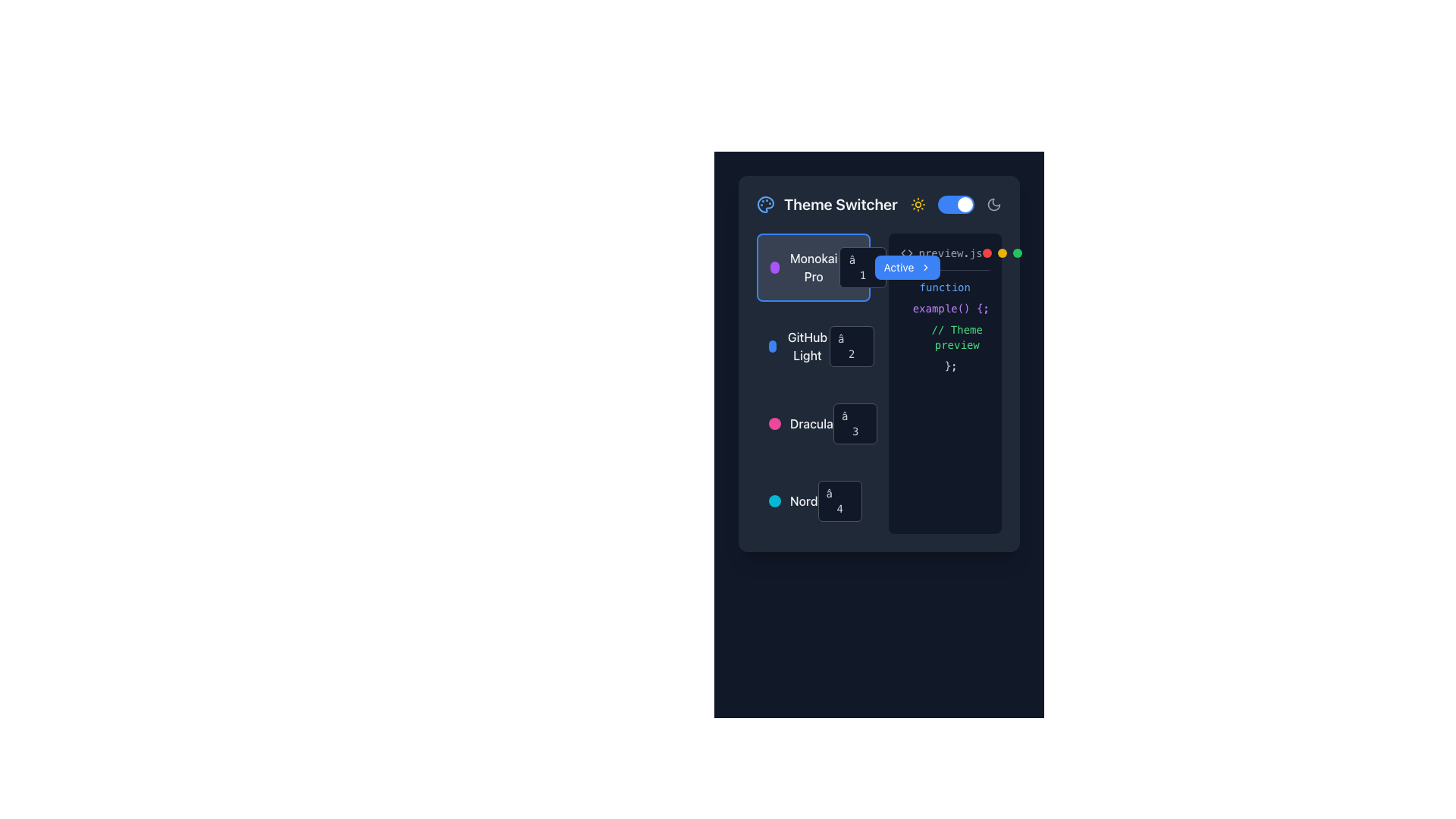 This screenshot has height=819, width=1456. I want to click on the 'GitHub Light' theme selector button, which is the second button in the vertical list under the 'Theme Switcher' section, to observe a visual change, so click(812, 346).